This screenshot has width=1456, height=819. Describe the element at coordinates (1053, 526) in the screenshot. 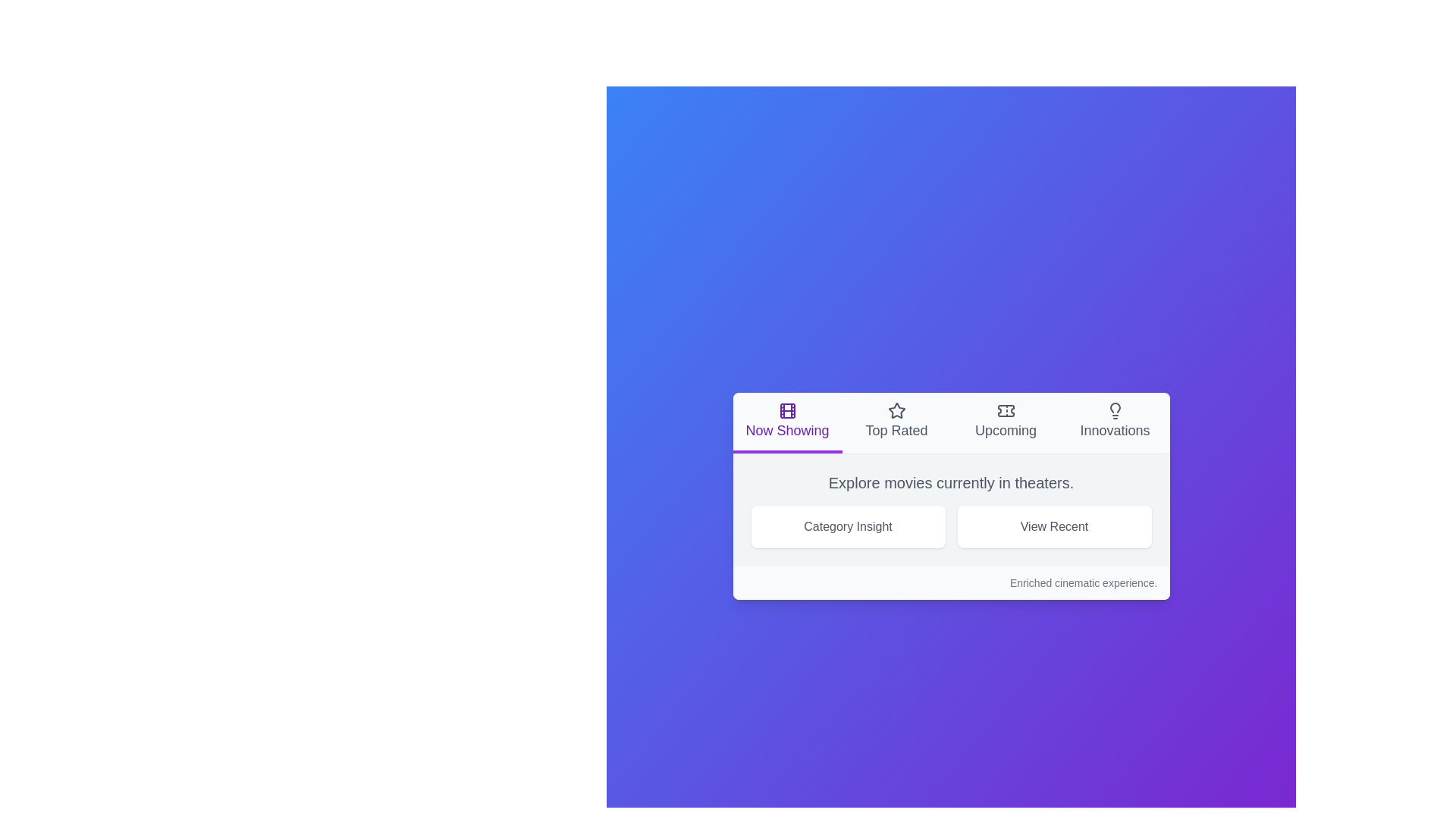

I see `the 'View Recent' button, which is a rectangular button with a white background and the text 'View Recent' centered in a dark font, located` at that location.